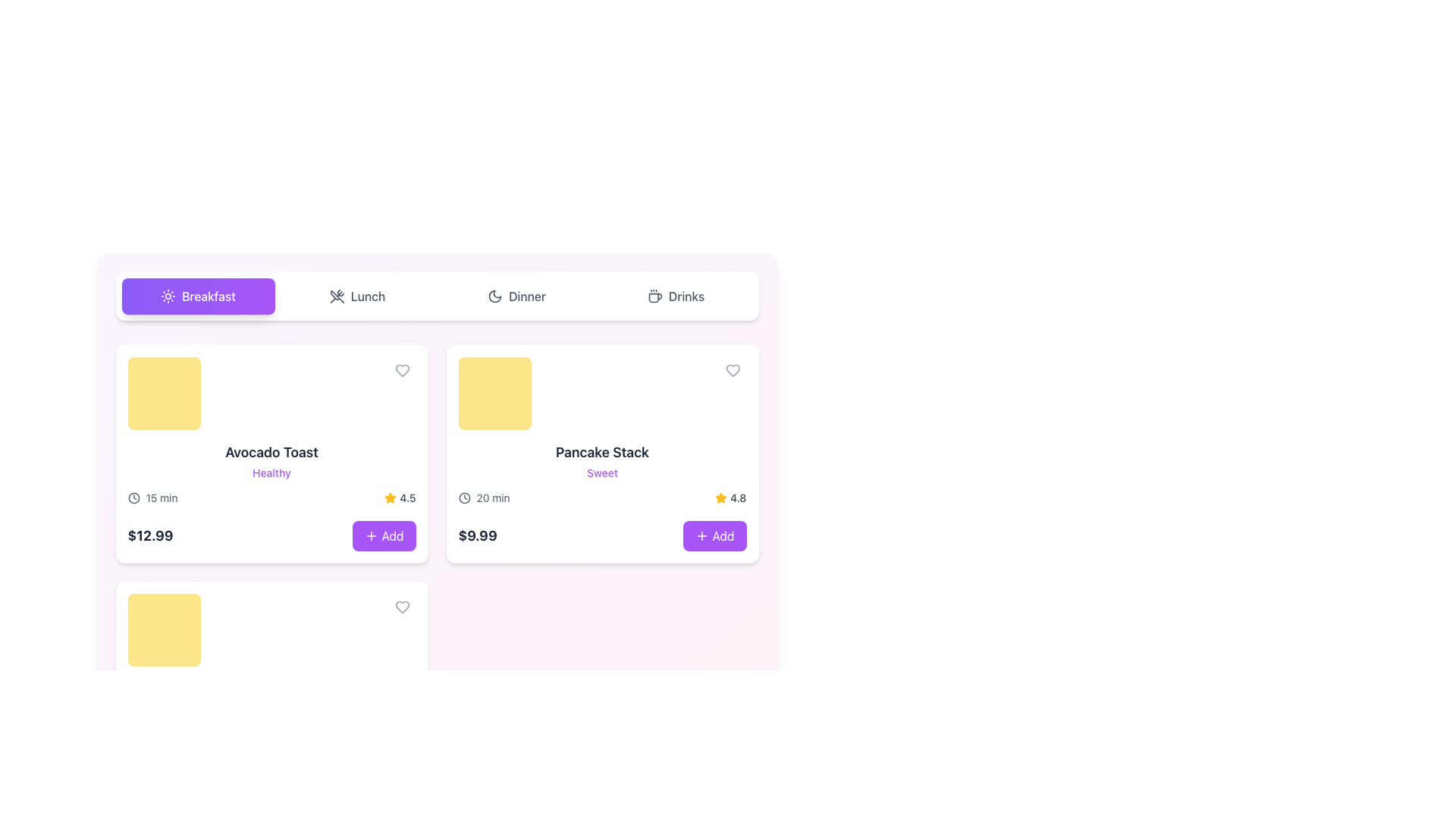  What do you see at coordinates (162, 497) in the screenshot?
I see `the text label displaying '15 min', which is styled in gray and indicates time-related information for 'Avocado Toast'` at bounding box center [162, 497].